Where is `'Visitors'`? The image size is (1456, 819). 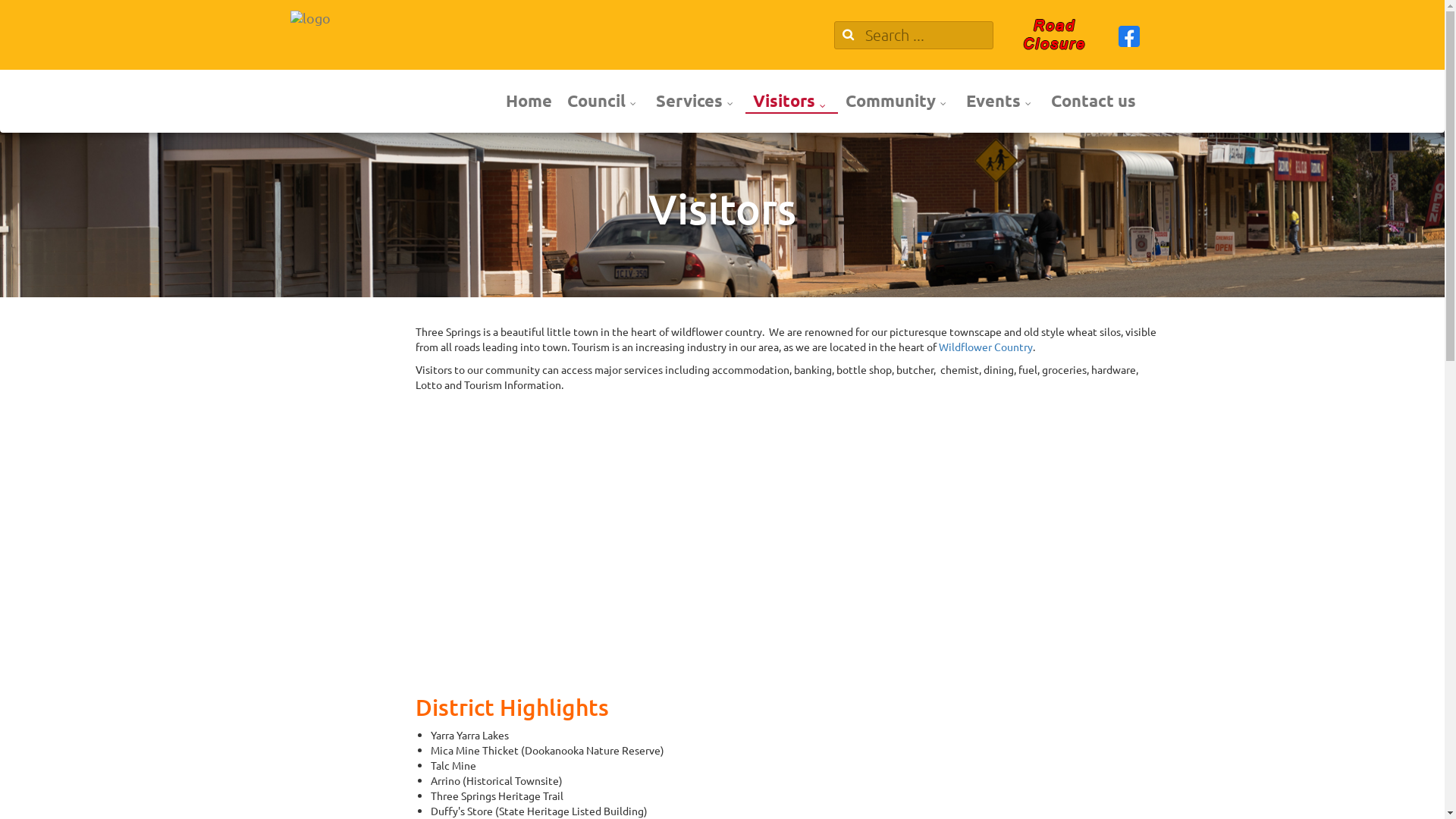 'Visitors' is located at coordinates (789, 101).